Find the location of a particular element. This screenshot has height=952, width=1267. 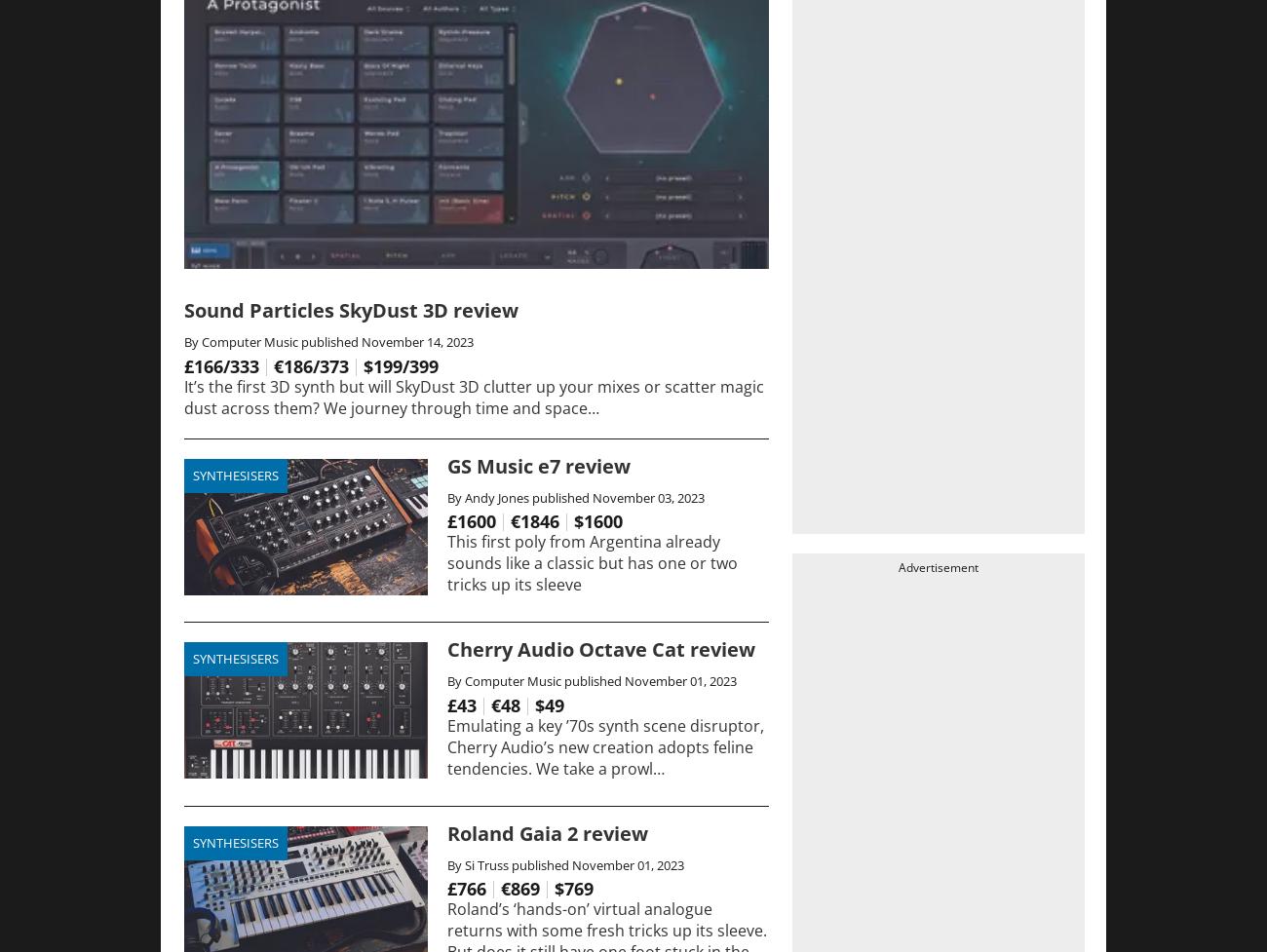

'€186/373' is located at coordinates (311, 364).